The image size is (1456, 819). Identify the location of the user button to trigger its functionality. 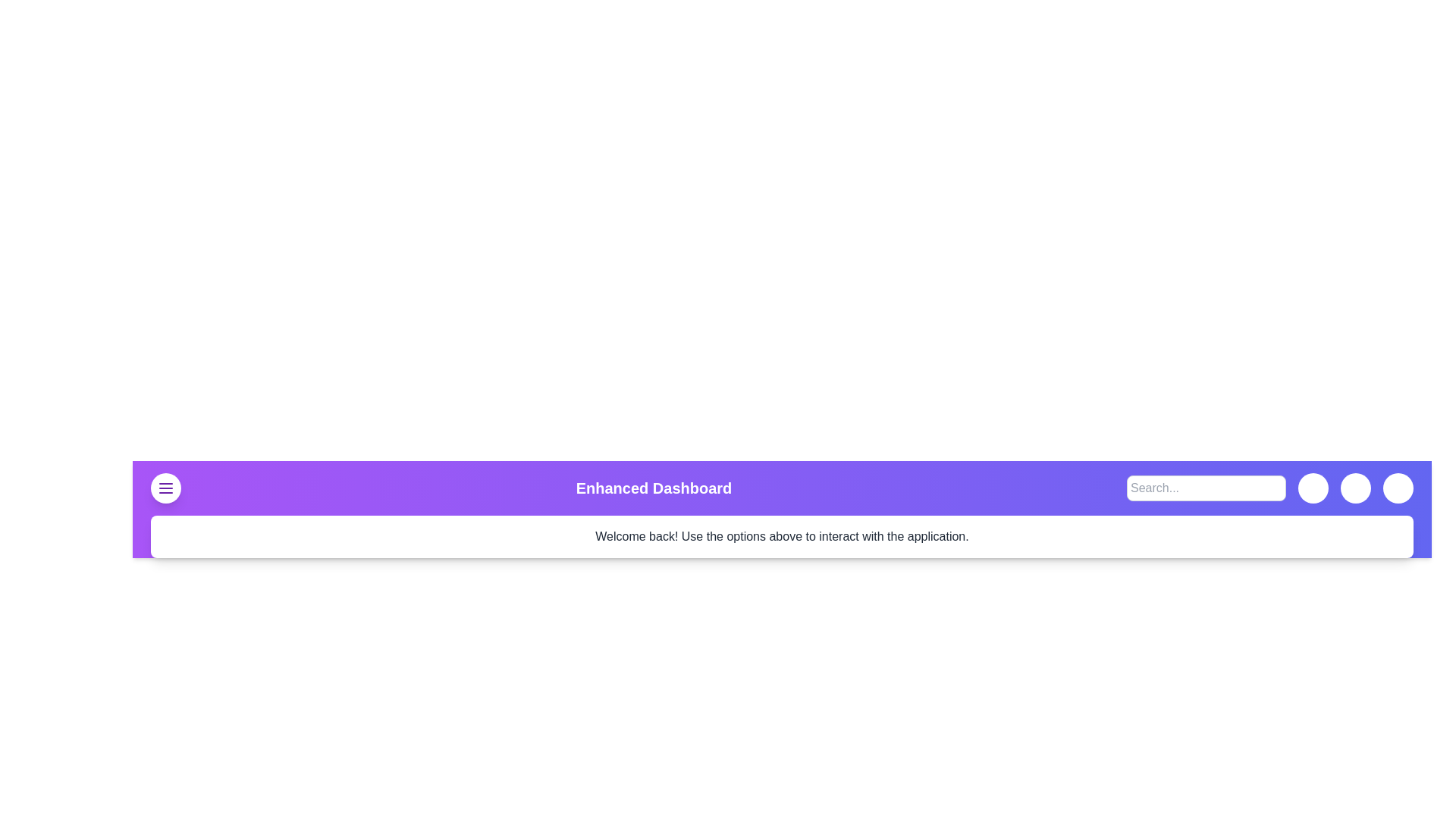
(1397, 488).